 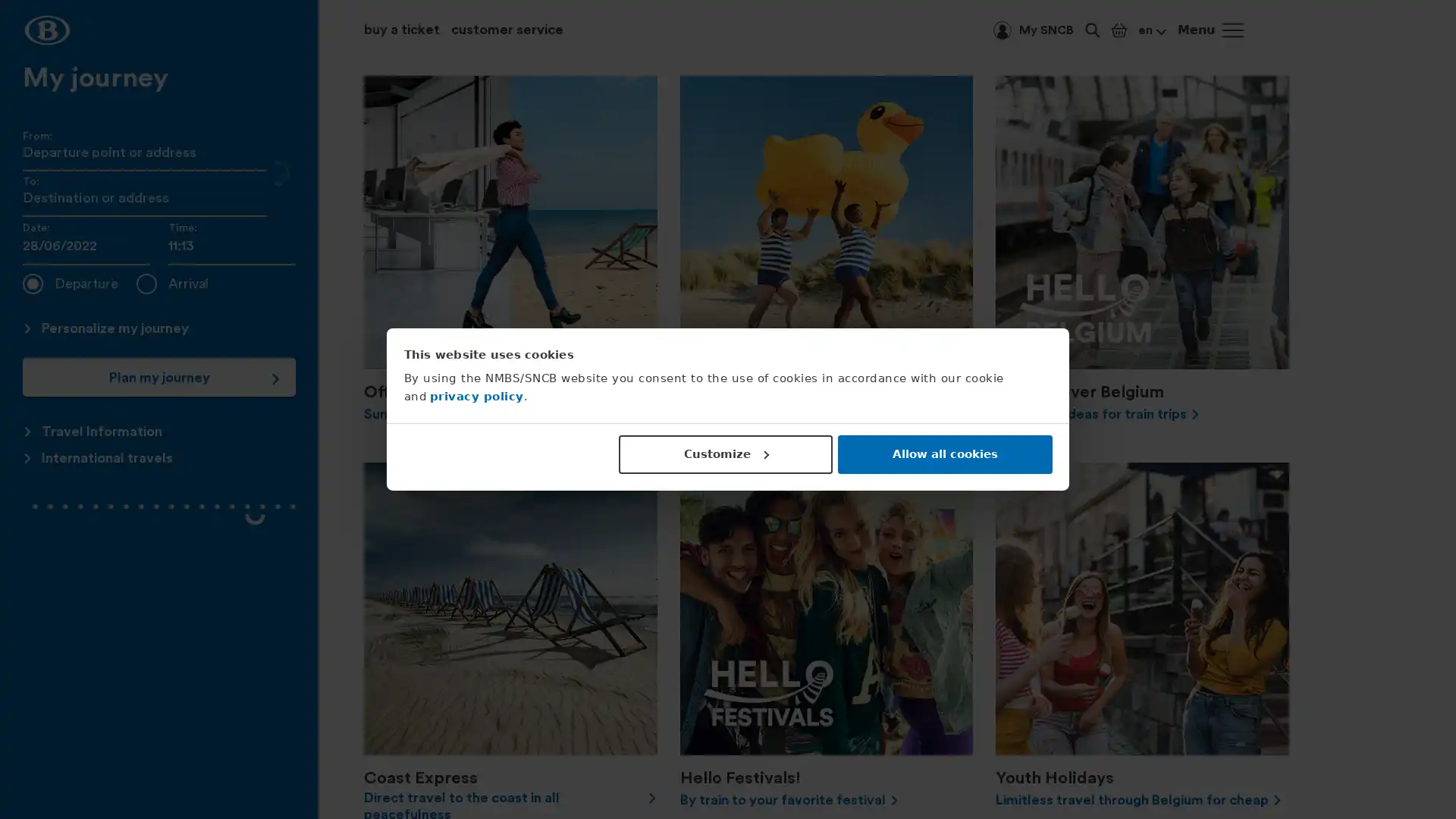 What do you see at coordinates (159, 376) in the screenshot?
I see `Plan my journey` at bounding box center [159, 376].